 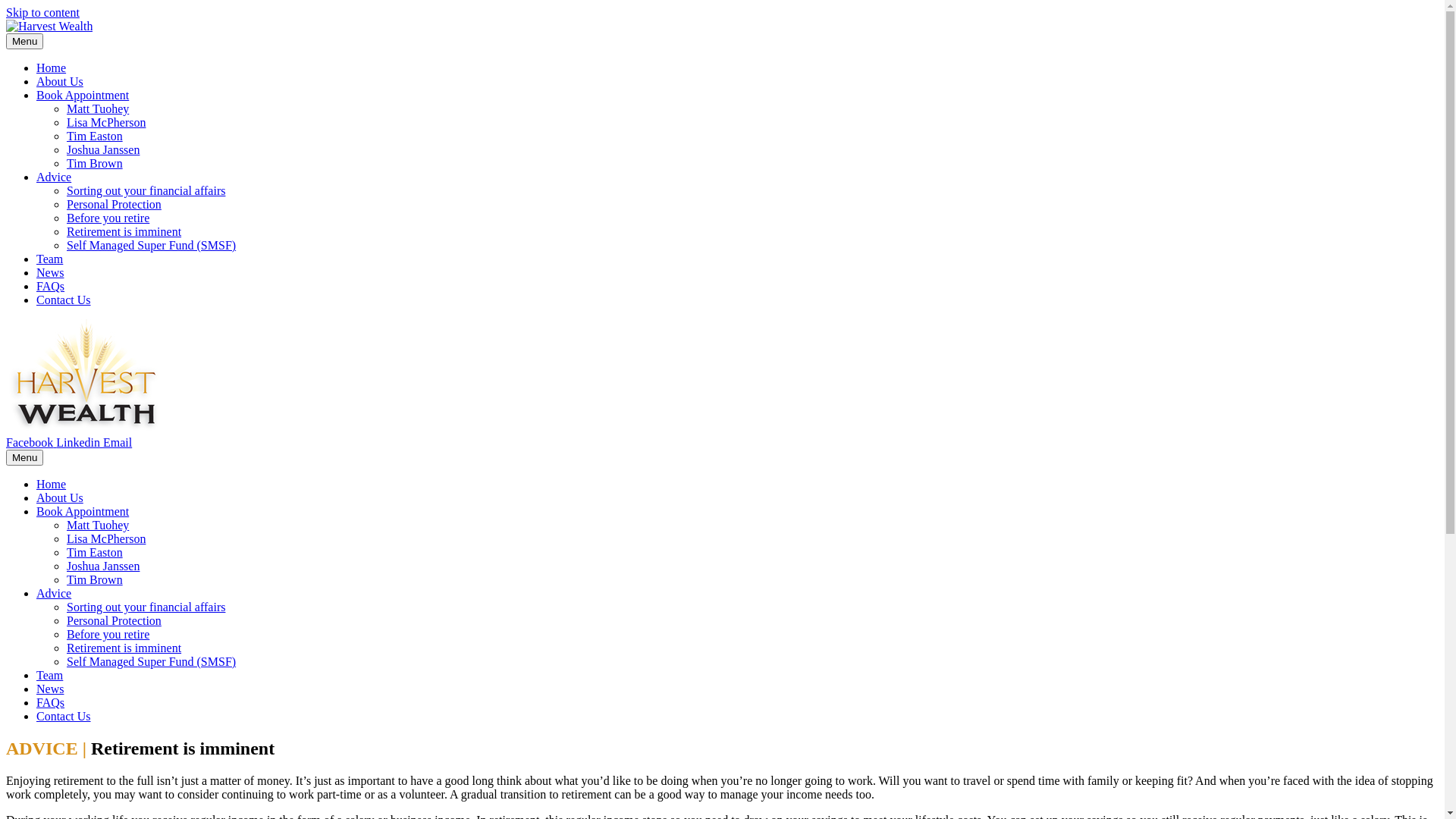 What do you see at coordinates (54, 592) in the screenshot?
I see `'Advice'` at bounding box center [54, 592].